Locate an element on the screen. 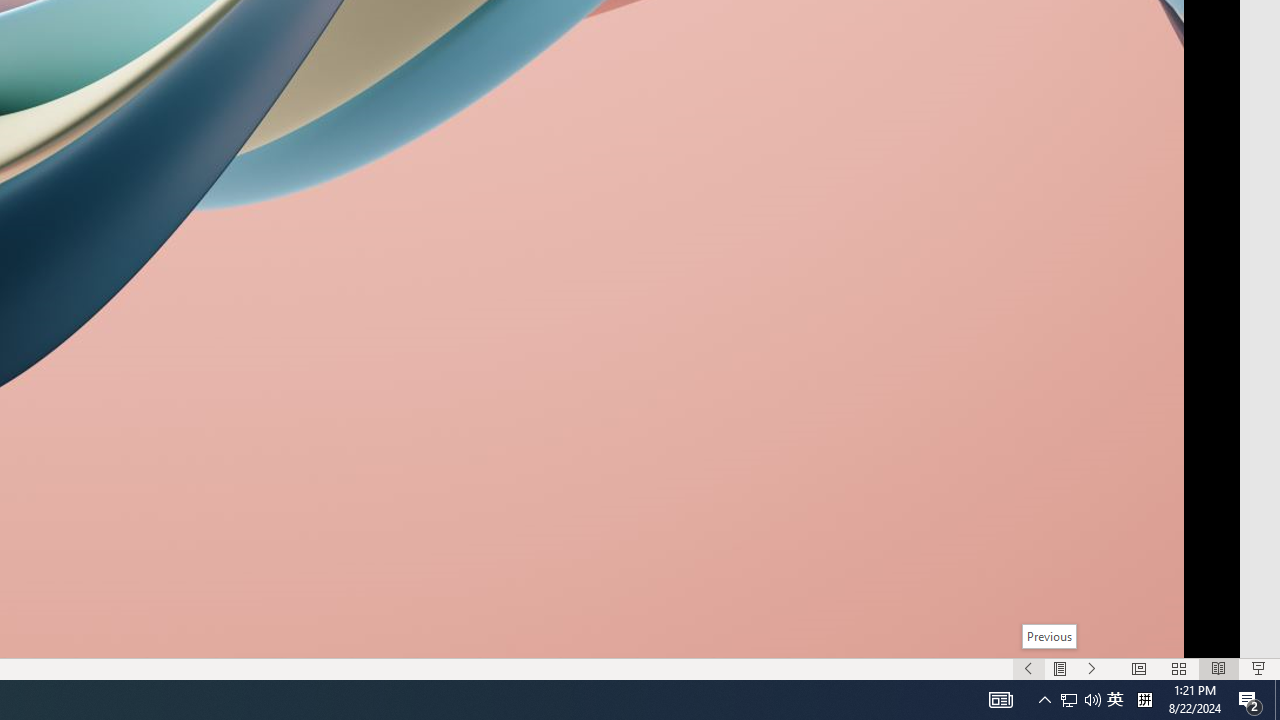 The image size is (1280, 720). 'Slide Show Next On' is located at coordinates (1091, 669).